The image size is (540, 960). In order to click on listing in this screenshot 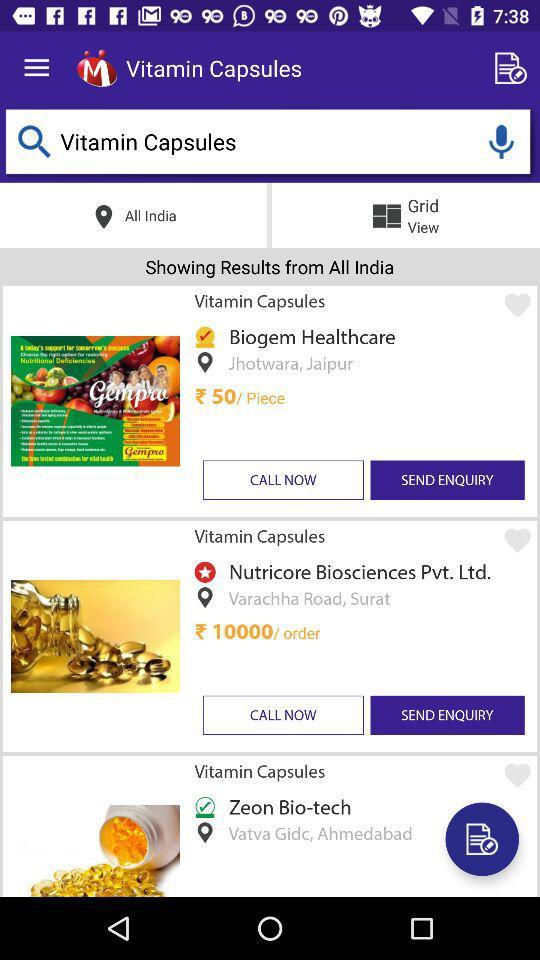, I will do `click(514, 68)`.